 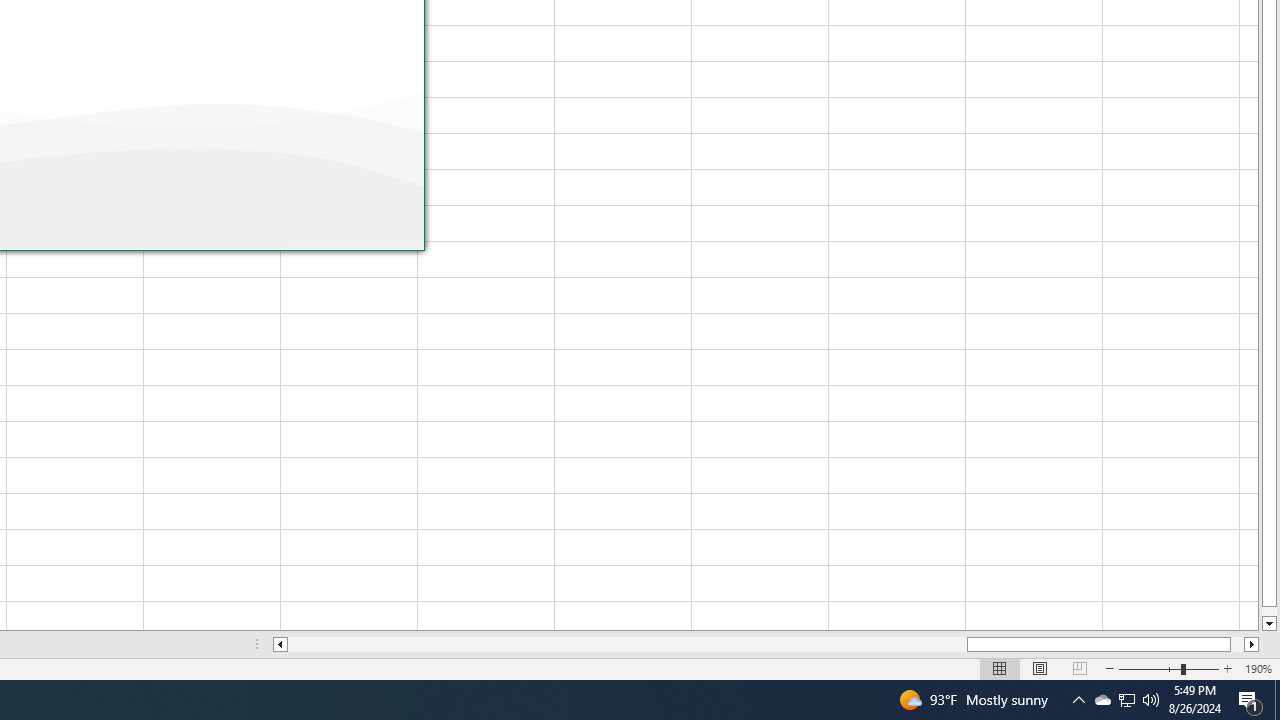 What do you see at coordinates (1276, 698) in the screenshot?
I see `'Show desktop'` at bounding box center [1276, 698].